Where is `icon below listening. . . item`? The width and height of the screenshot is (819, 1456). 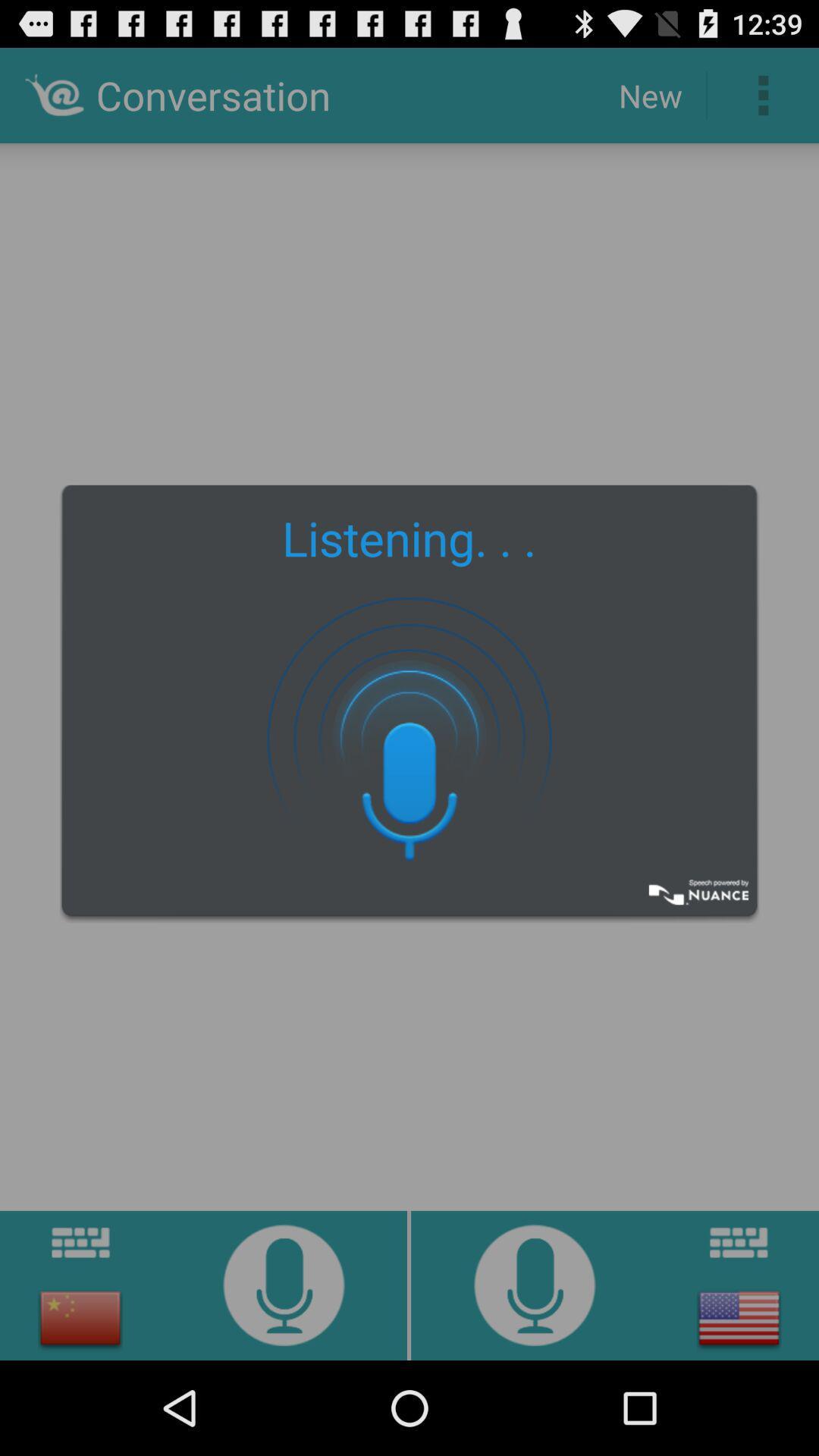
icon below listening. . . item is located at coordinates (409, 737).